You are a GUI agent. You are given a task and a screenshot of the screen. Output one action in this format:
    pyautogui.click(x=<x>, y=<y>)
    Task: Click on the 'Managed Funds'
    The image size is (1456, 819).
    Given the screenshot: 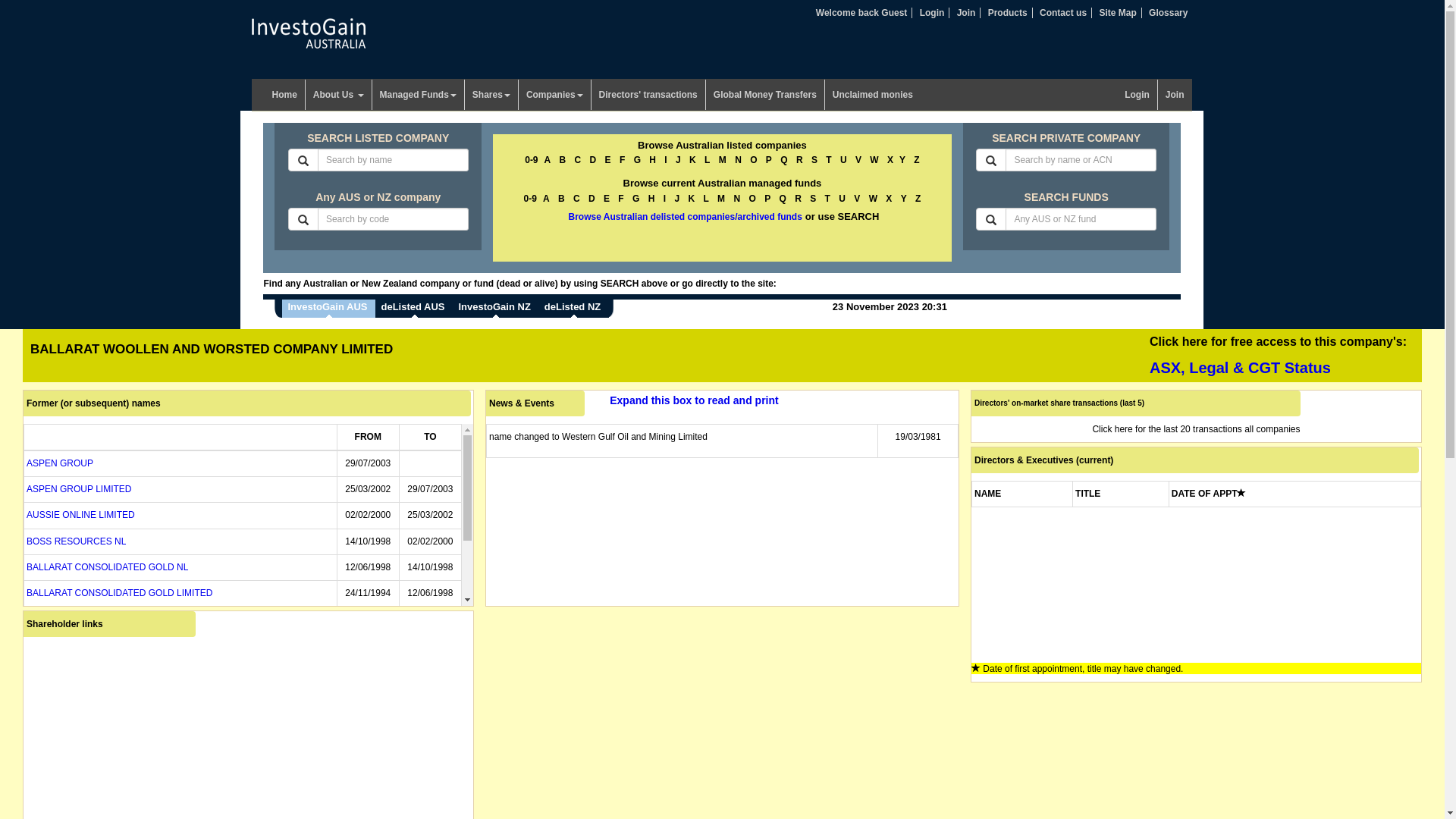 What is the action you would take?
    pyautogui.click(x=418, y=94)
    